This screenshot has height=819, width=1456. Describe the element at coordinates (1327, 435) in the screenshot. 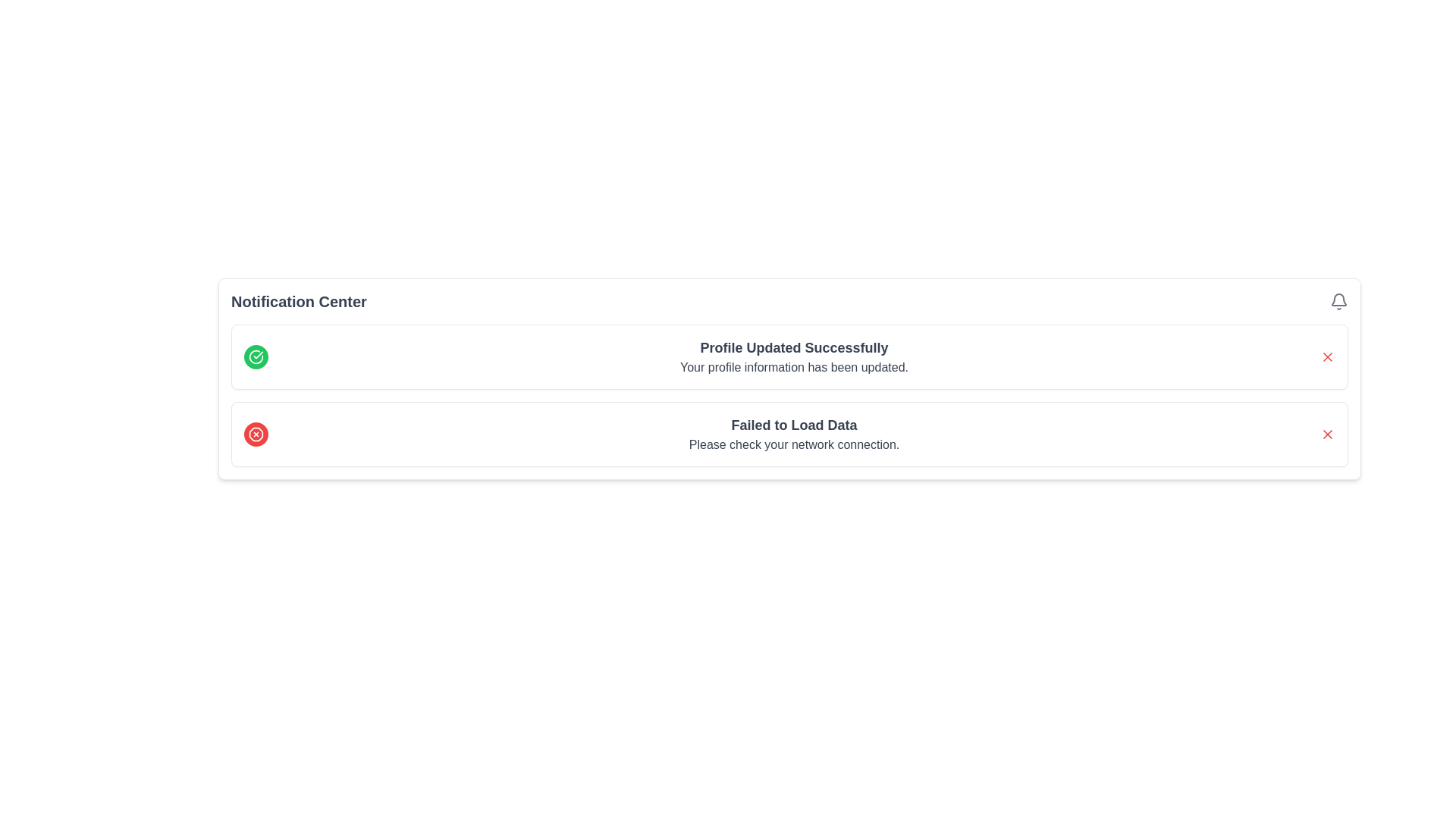

I see `the button in the top-right corner of the 'Failed to Load Data' notification` at that location.